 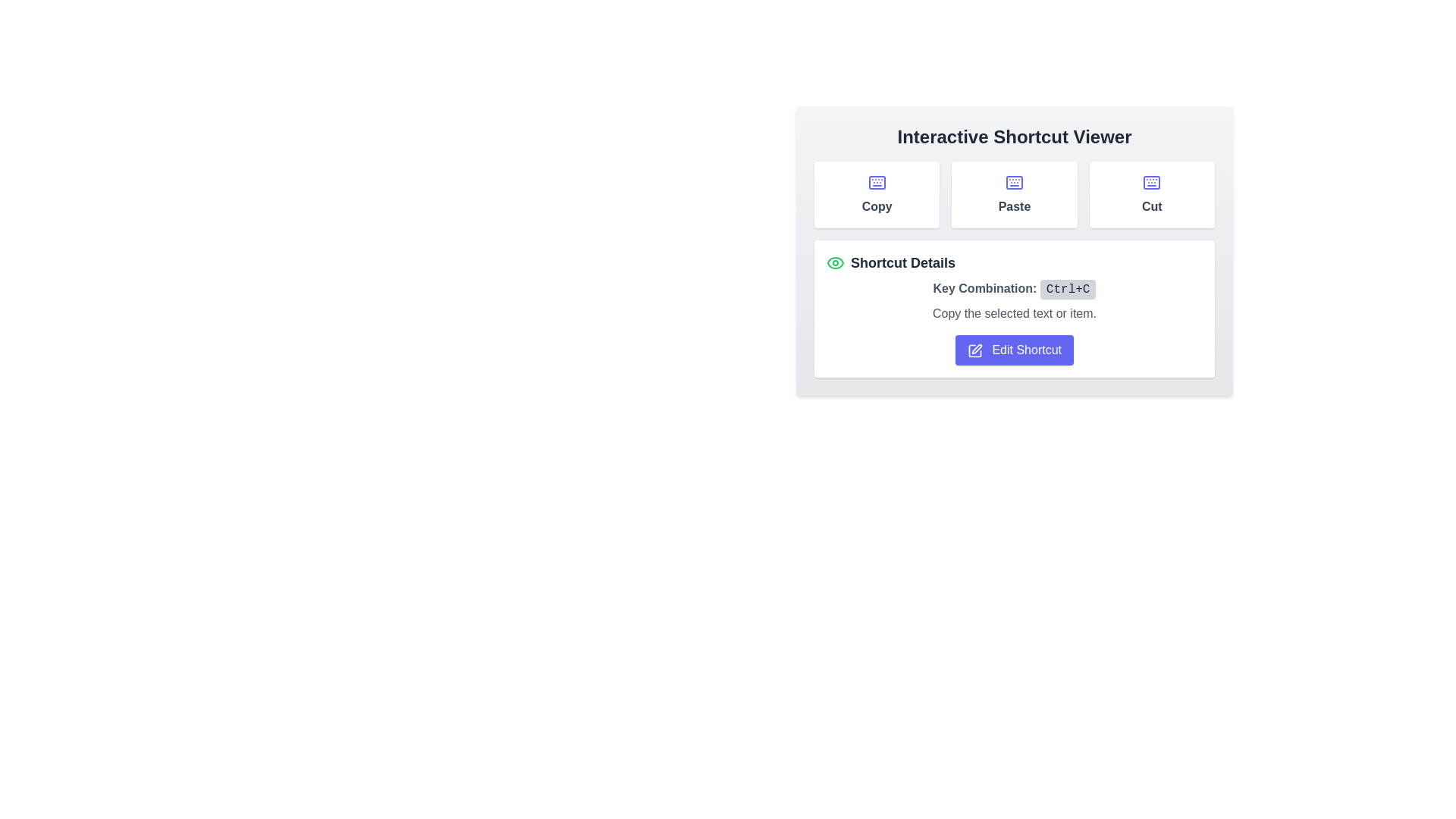 I want to click on the 'Copy' button with a white background and blue keyboard icon to enable keyboard interaction, so click(x=877, y=194).